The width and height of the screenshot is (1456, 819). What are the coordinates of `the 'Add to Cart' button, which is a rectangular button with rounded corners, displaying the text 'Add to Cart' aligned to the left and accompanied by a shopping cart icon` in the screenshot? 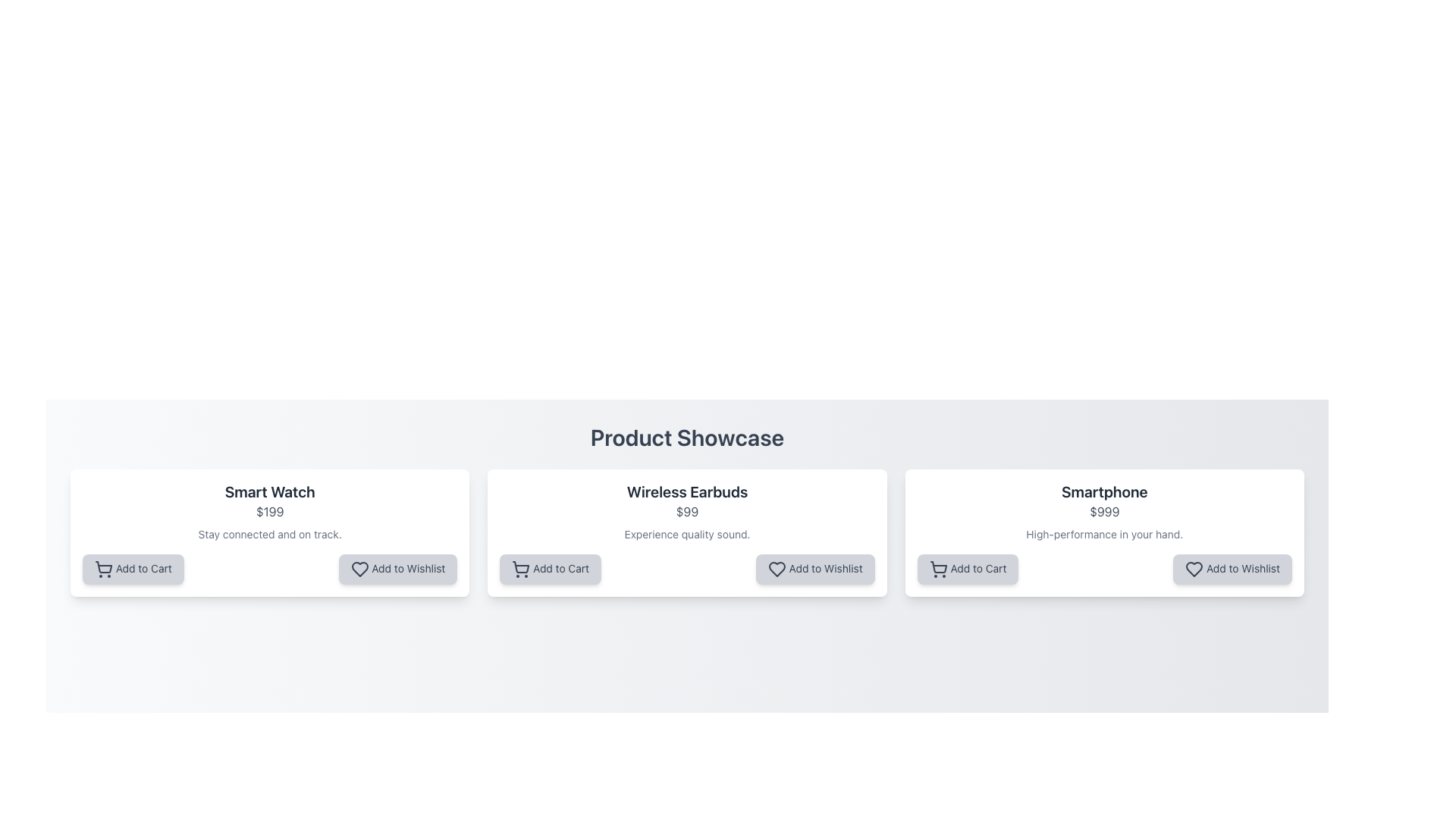 It's located at (967, 570).